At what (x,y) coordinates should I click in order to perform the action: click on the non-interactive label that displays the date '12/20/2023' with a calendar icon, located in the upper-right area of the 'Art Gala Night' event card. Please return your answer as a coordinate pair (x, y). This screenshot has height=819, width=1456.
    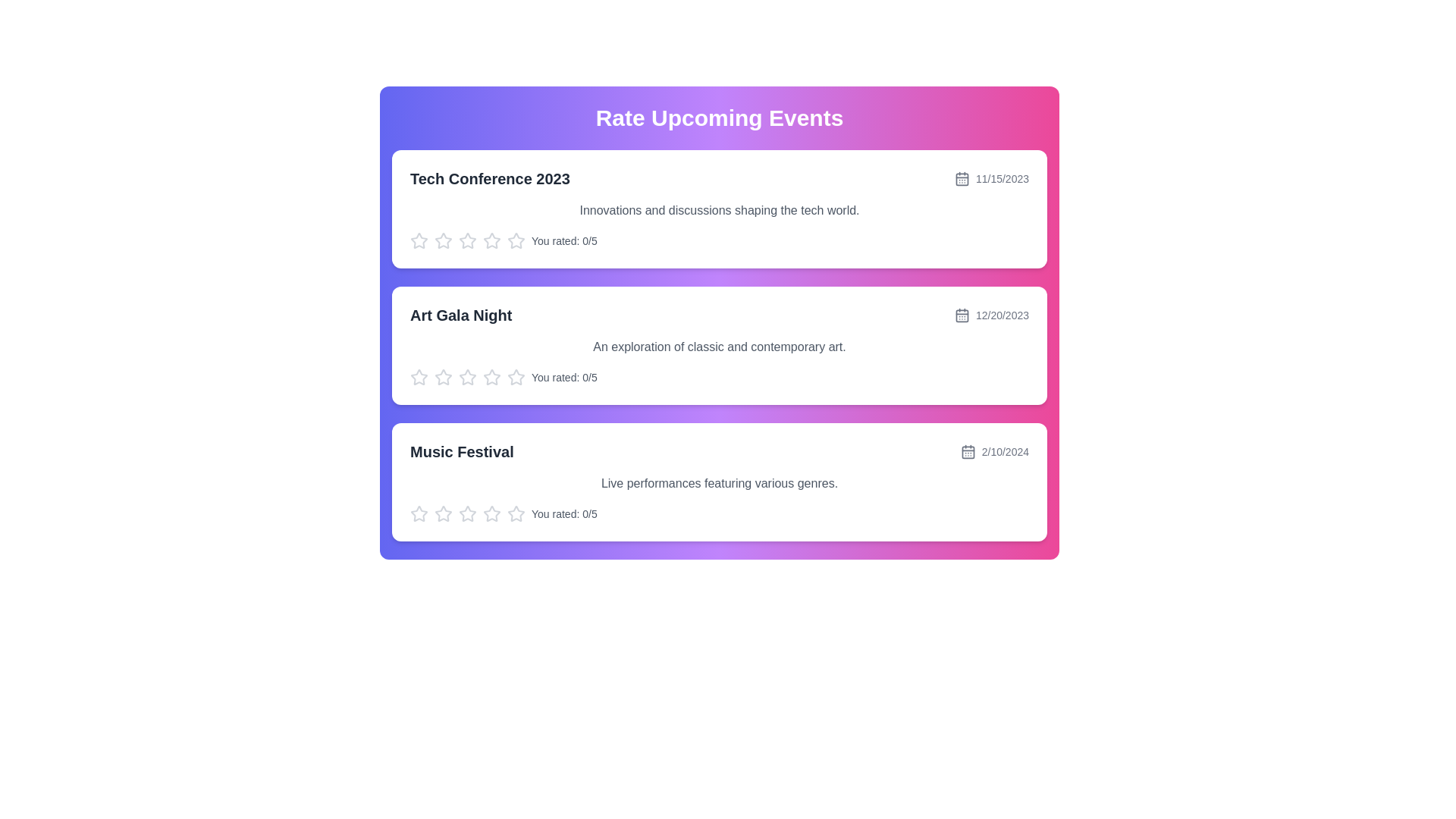
    Looking at the image, I should click on (991, 315).